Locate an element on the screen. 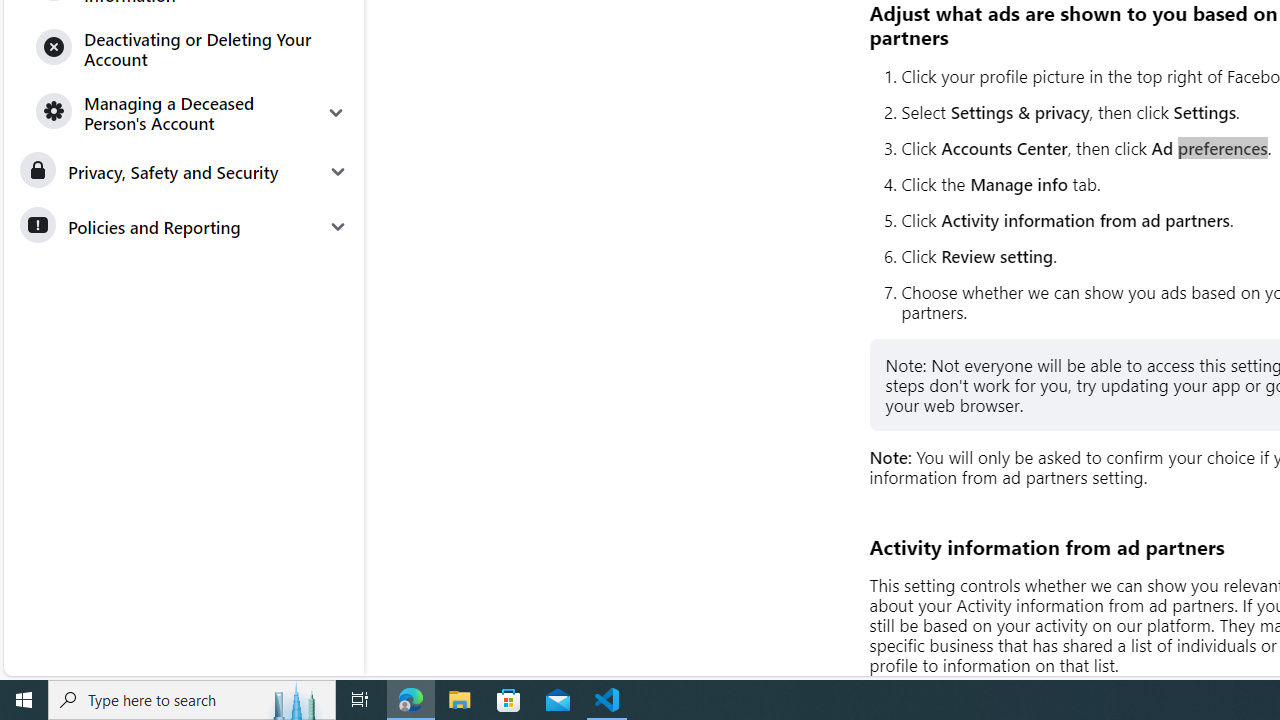 The image size is (1280, 720). 'Managing a Deceased Person' is located at coordinates (192, 112).